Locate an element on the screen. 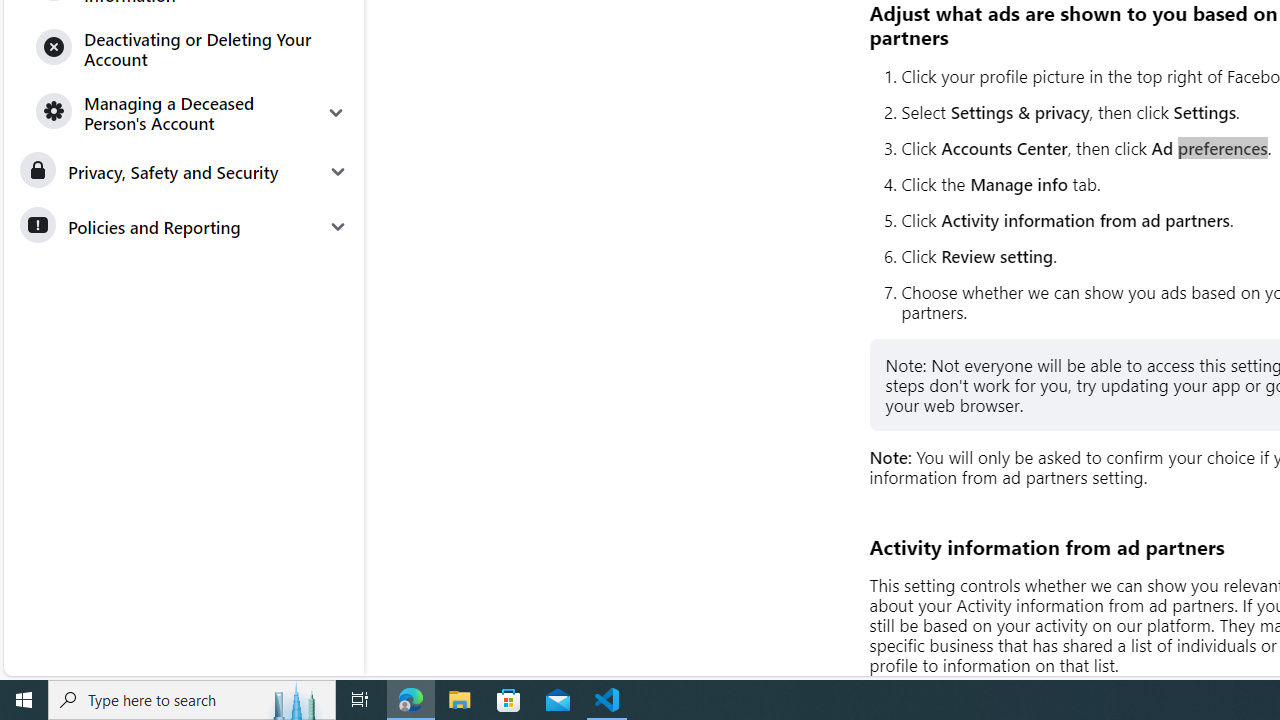 The image size is (1280, 720). 'Managing a Deceased Person' is located at coordinates (192, 112).